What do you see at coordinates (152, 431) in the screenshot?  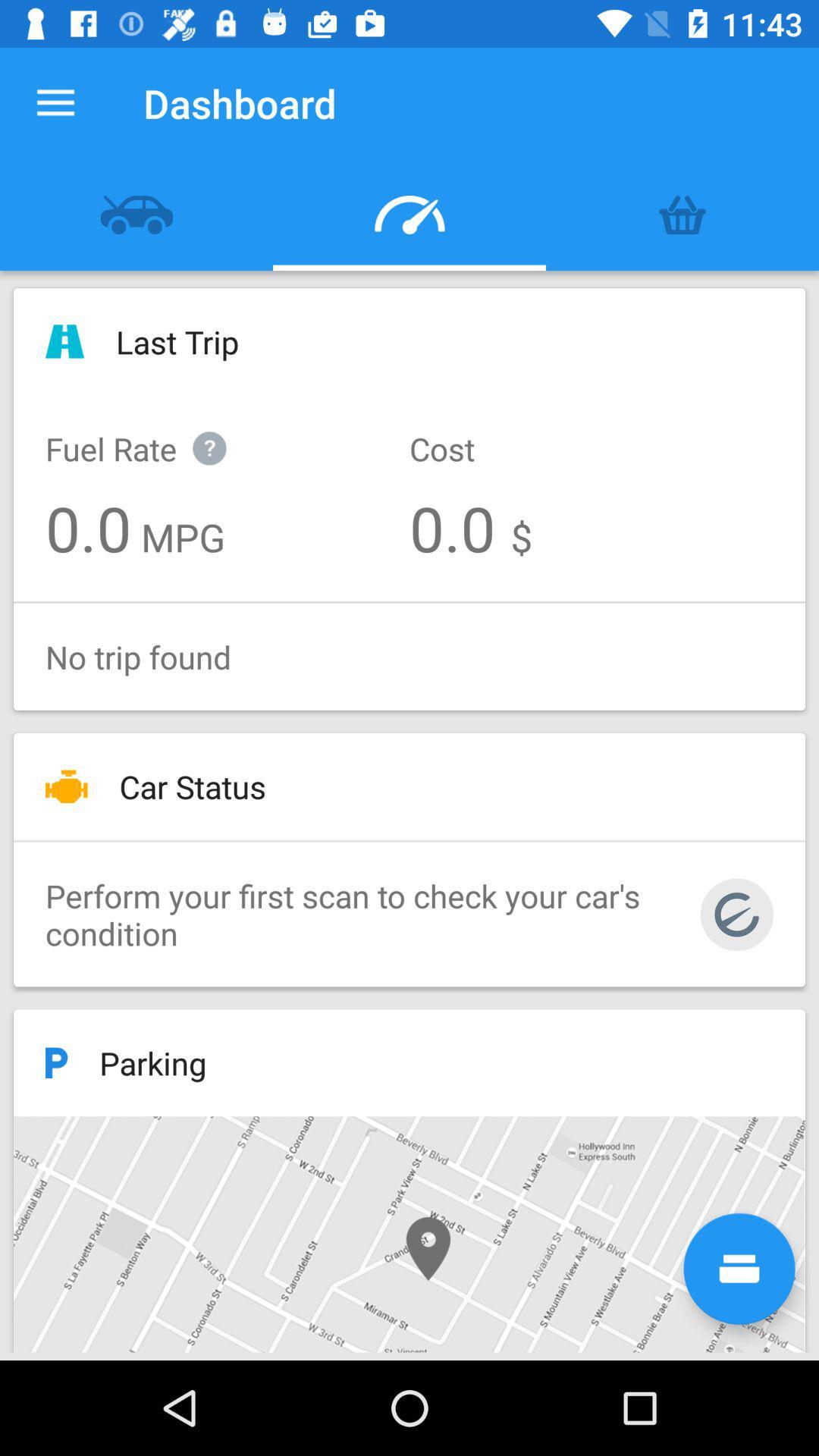 I see `icon below the last trip icon` at bounding box center [152, 431].